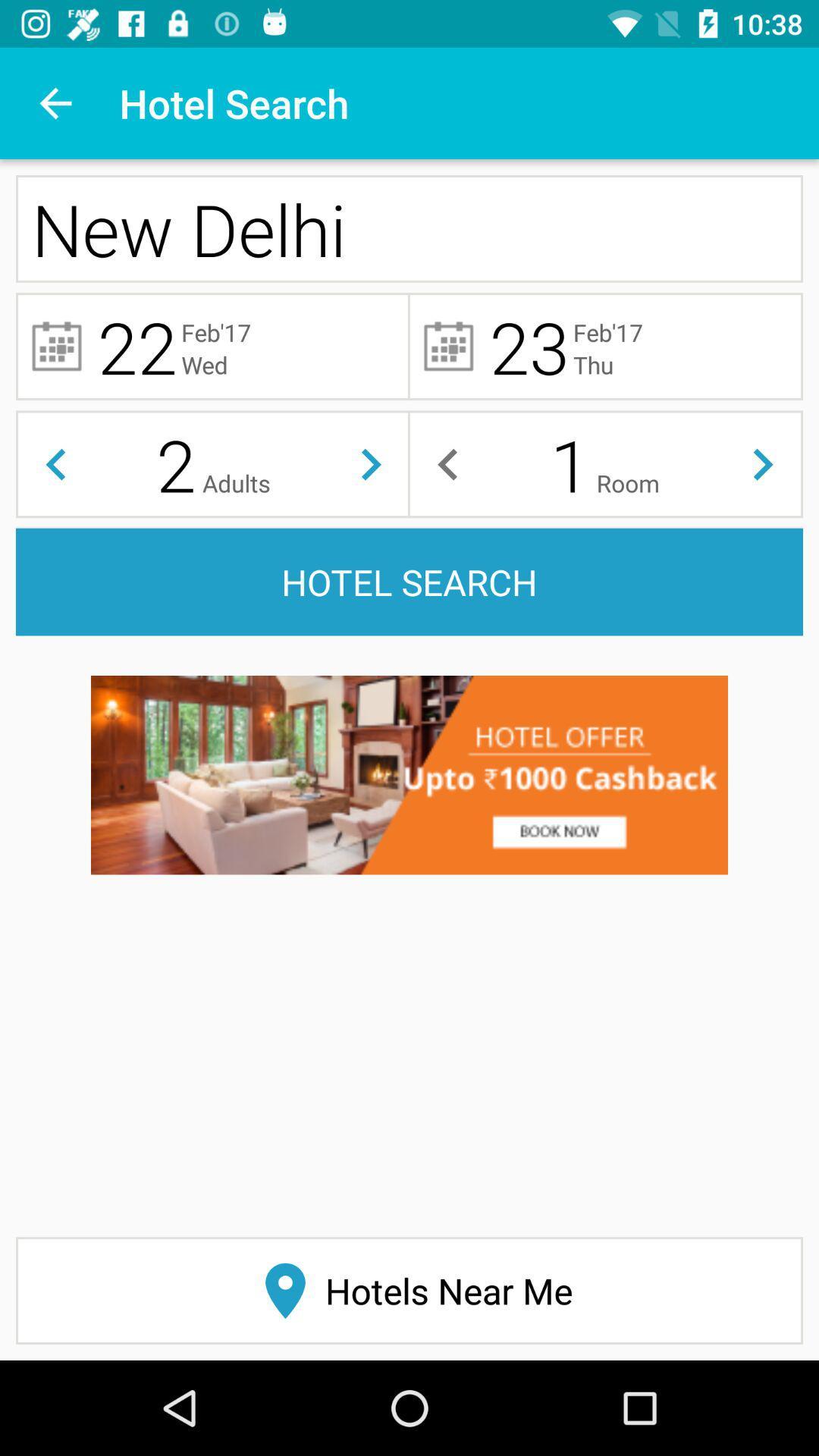 The width and height of the screenshot is (819, 1456). What do you see at coordinates (55, 463) in the screenshot?
I see `subtract adult` at bounding box center [55, 463].